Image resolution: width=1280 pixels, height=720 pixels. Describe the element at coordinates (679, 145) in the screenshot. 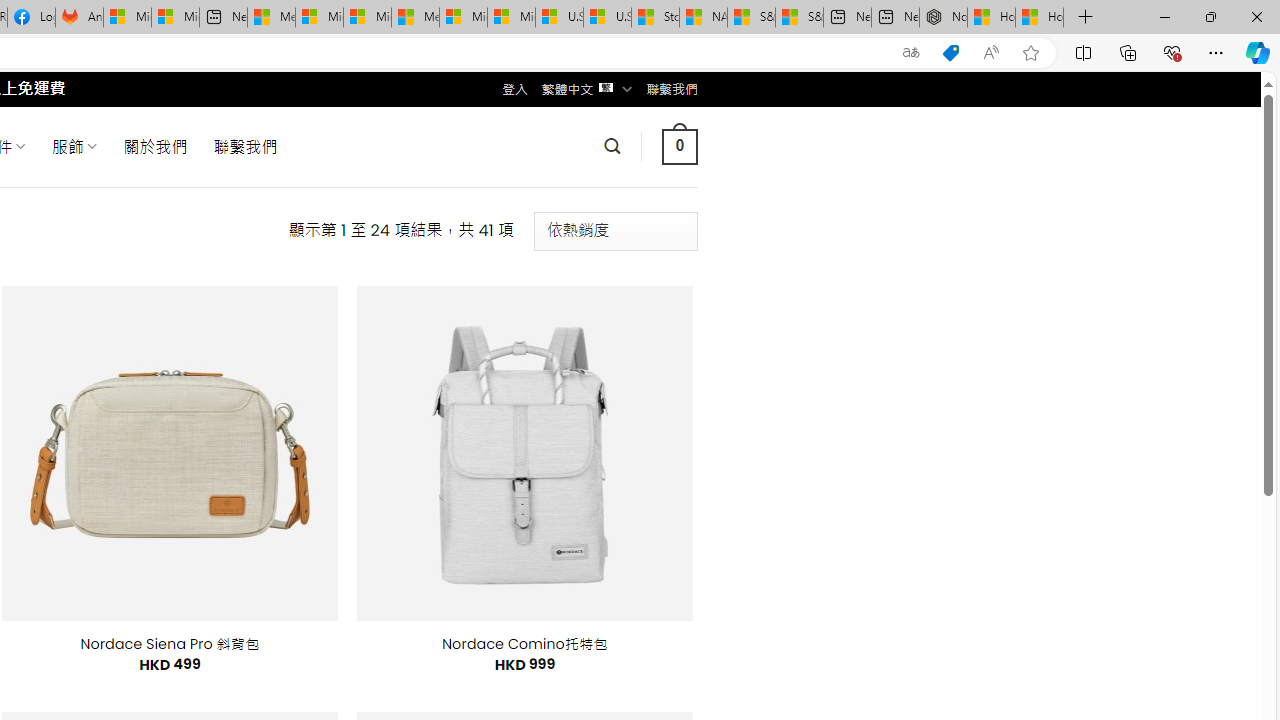

I see `'  0  '` at that location.